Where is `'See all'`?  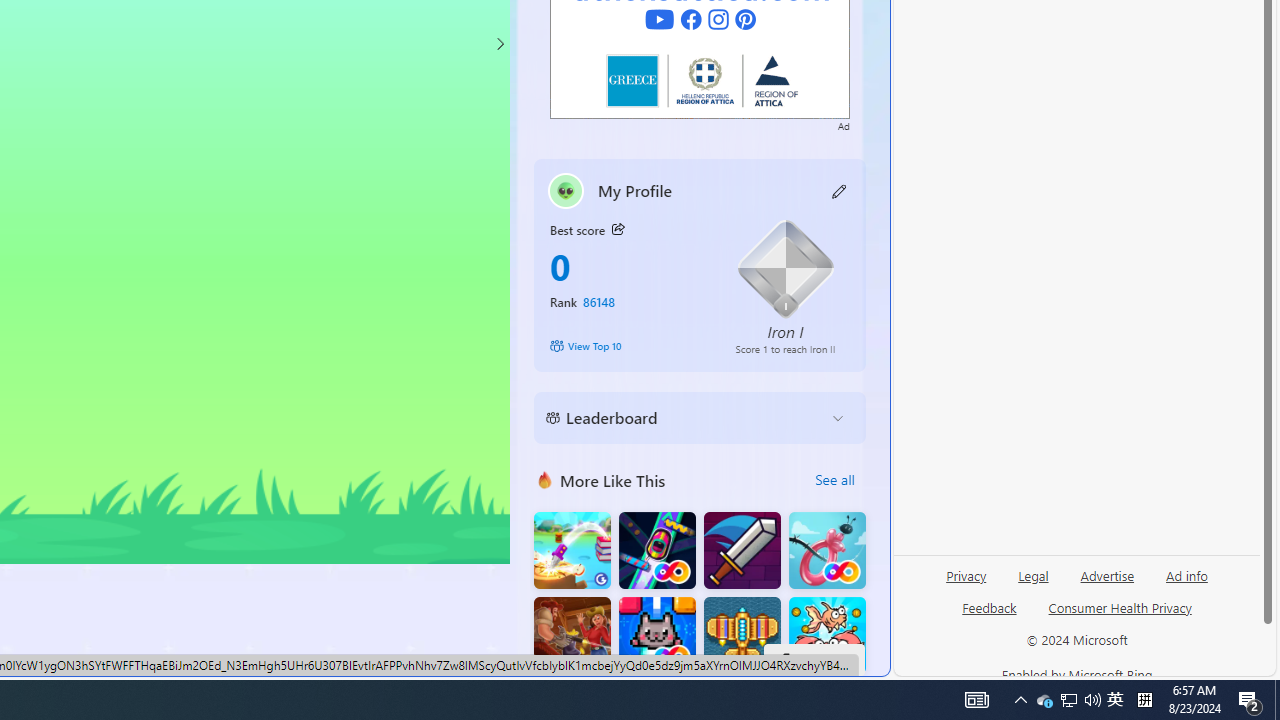
'See all' is located at coordinates (835, 479).